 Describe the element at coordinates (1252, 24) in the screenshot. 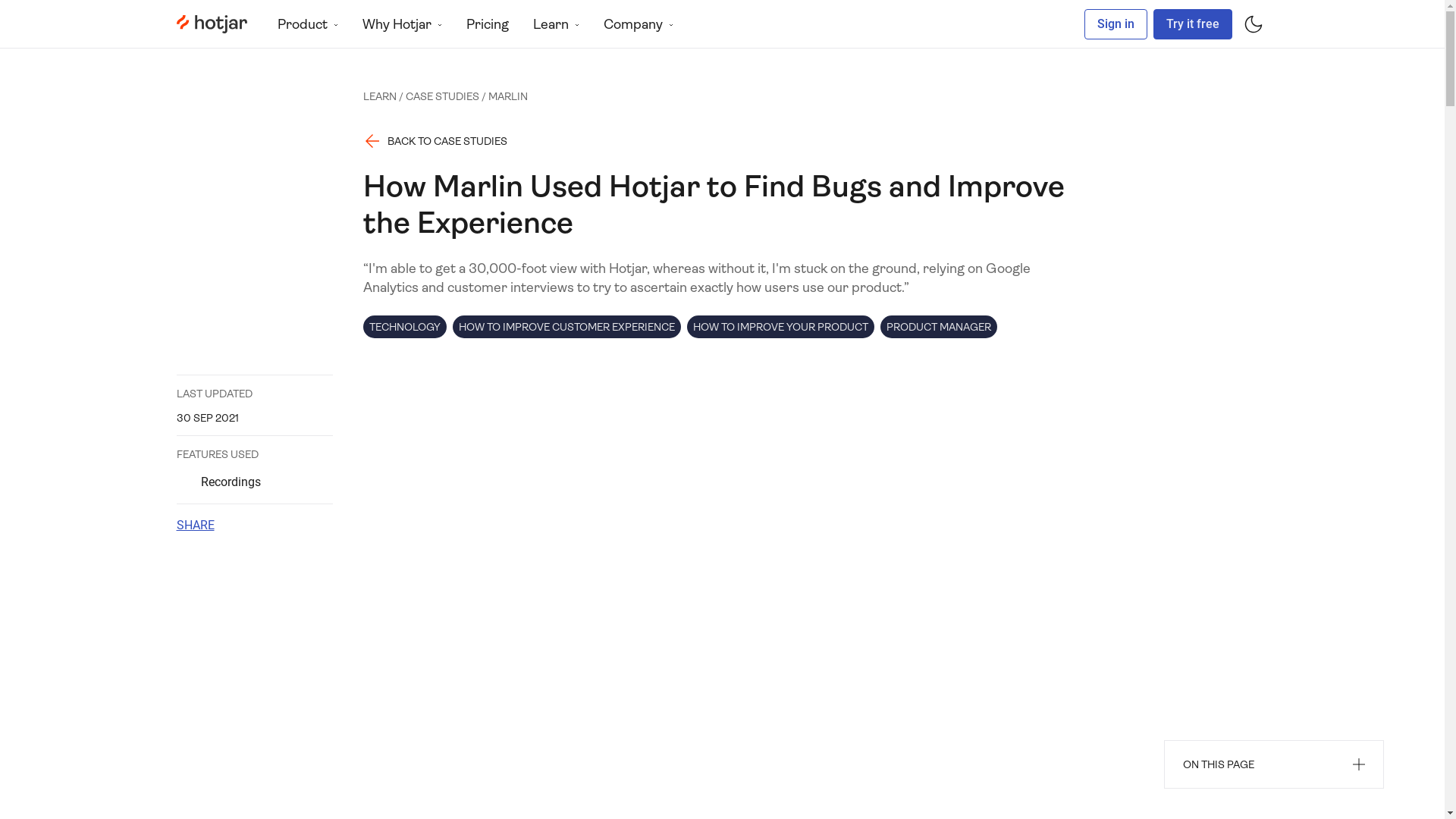

I see `'Toggle dark mode'` at that location.